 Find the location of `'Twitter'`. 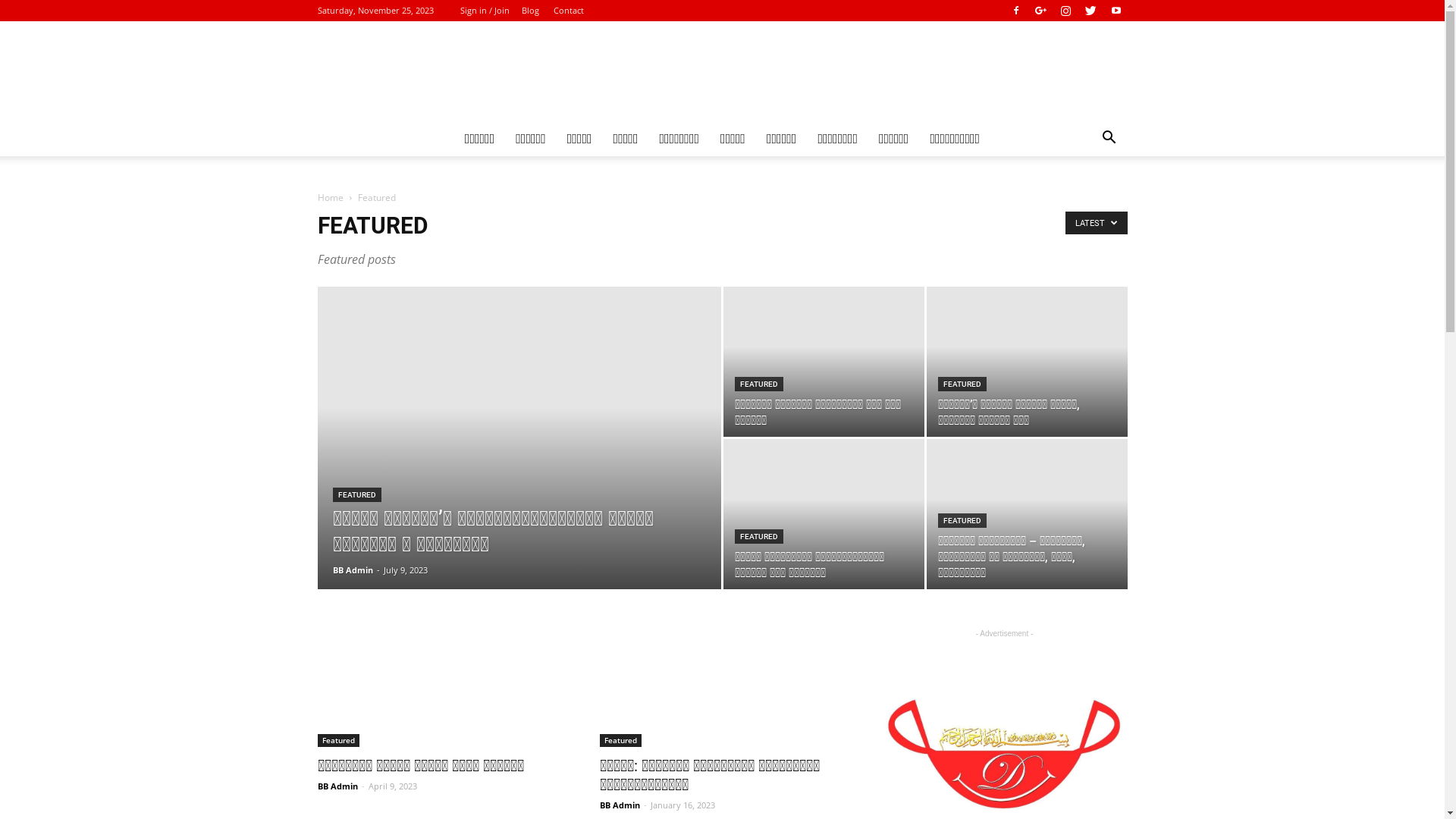

'Twitter' is located at coordinates (1090, 11).